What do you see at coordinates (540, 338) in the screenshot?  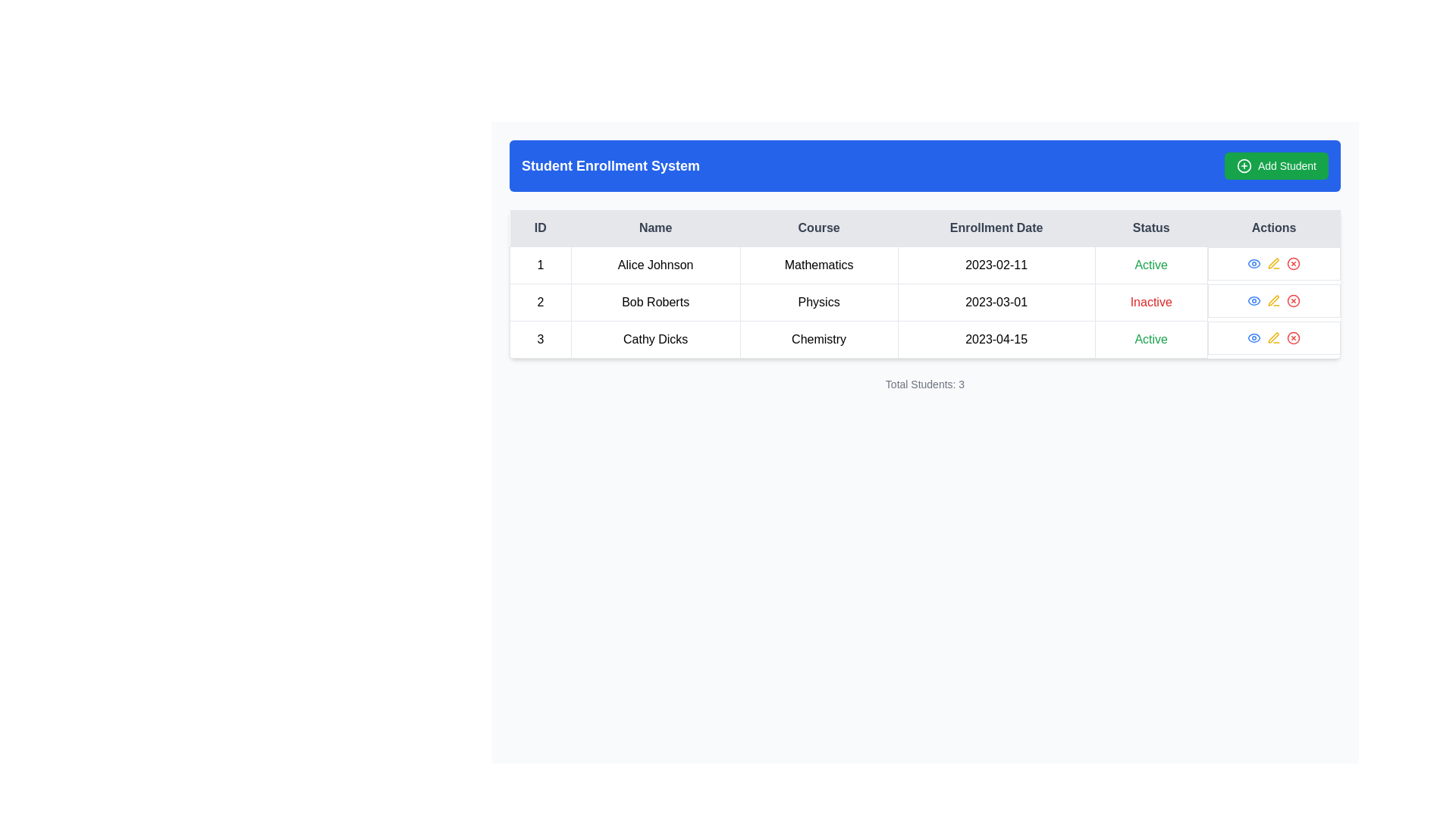 I see `the static text element containing the number '3' in the 'ID' column of the third row of the table` at bounding box center [540, 338].